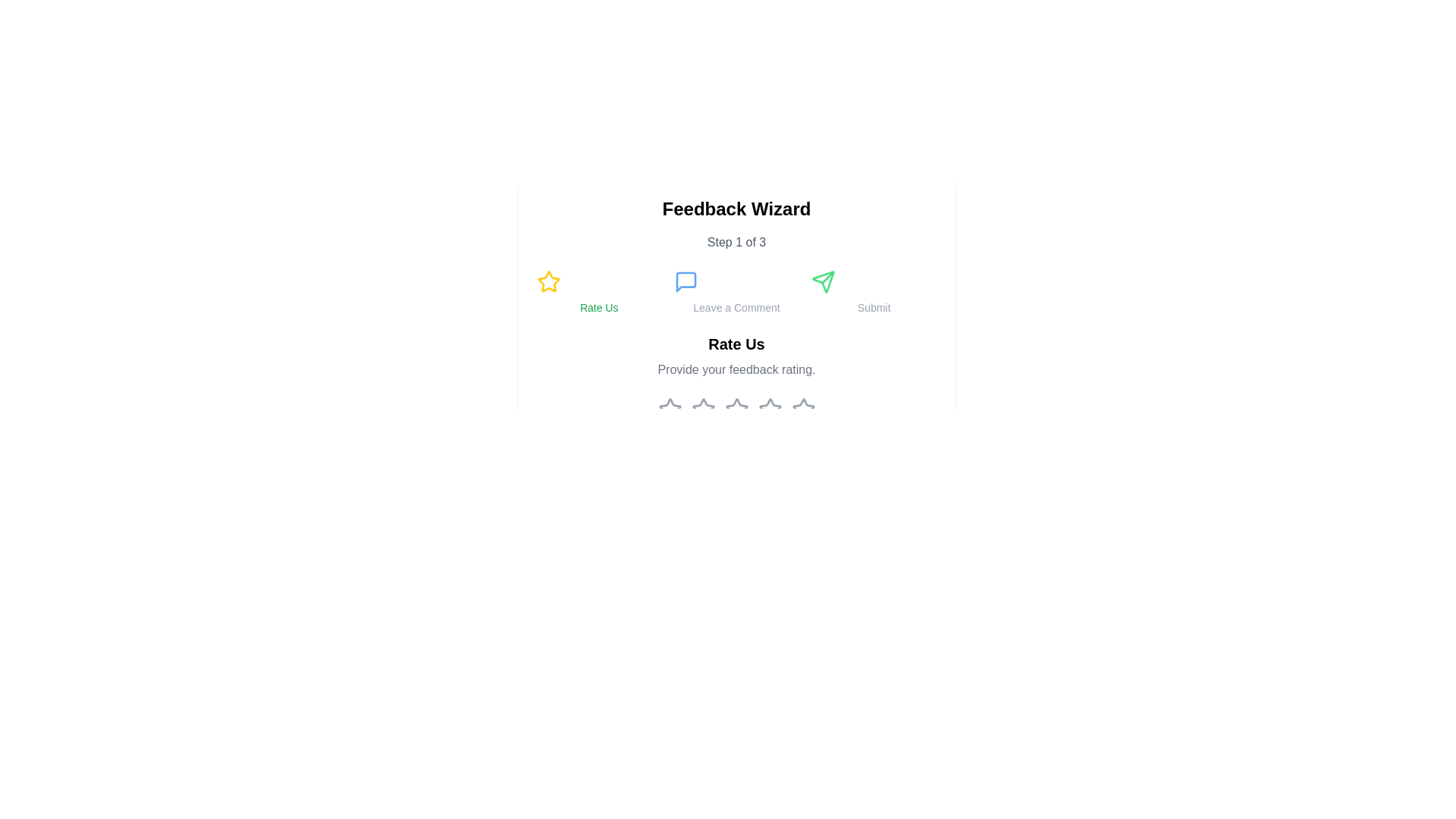 This screenshot has height=819, width=1456. I want to click on across the star icon in the 'Rate Us' section, so click(548, 281).